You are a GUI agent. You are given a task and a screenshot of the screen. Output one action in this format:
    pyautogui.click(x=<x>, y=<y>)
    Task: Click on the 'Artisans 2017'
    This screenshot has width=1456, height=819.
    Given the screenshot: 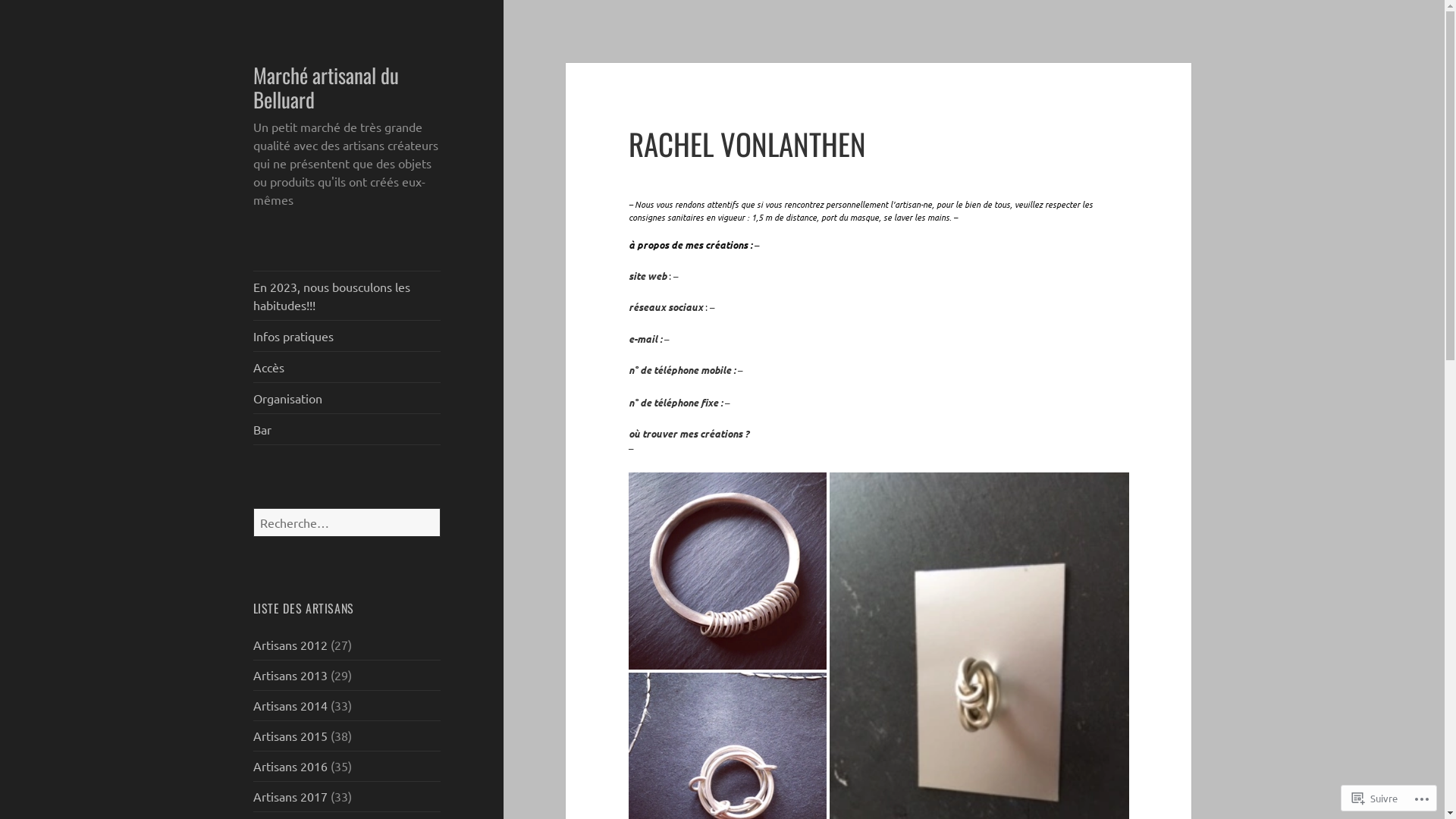 What is the action you would take?
    pyautogui.click(x=290, y=795)
    